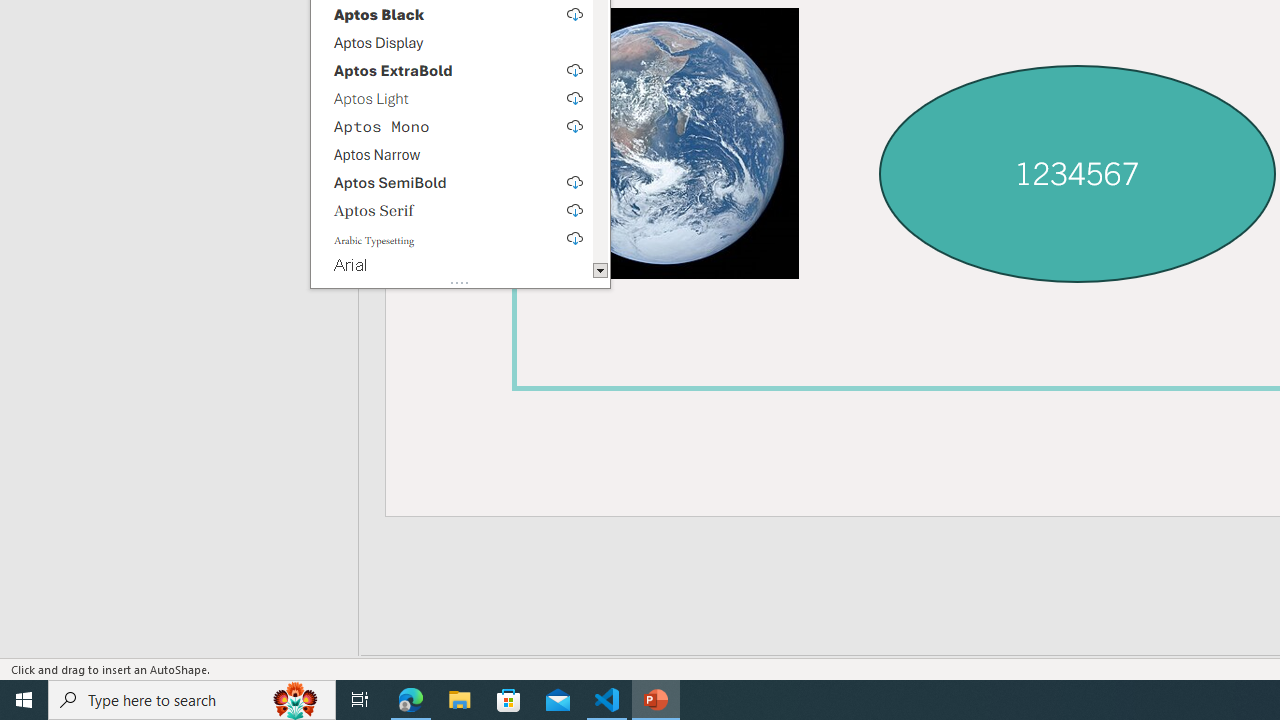  I want to click on 'Aptos Black, select to download', so click(450, 14).